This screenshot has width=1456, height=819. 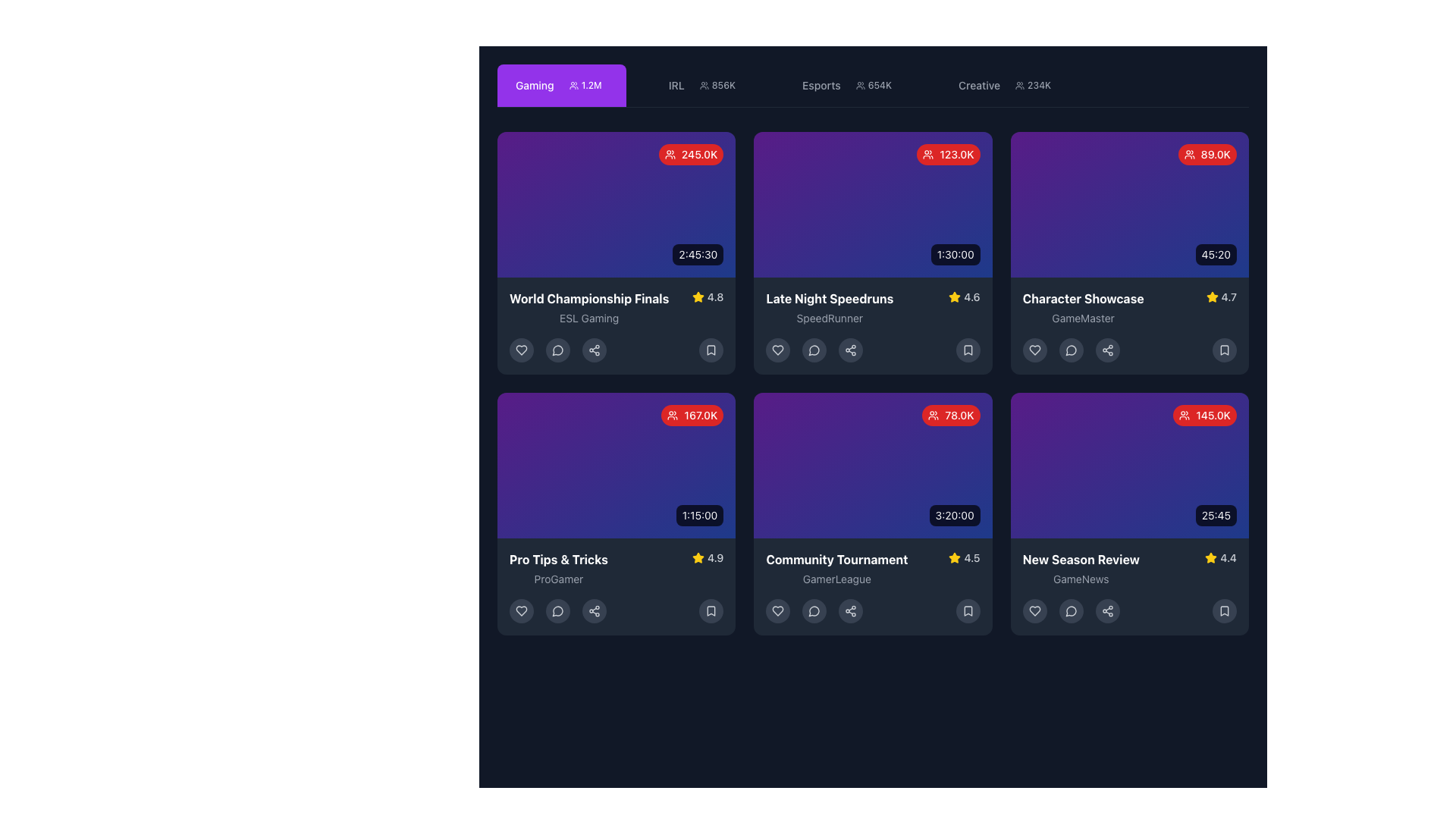 I want to click on the heart-shaped icon located at the lower part of the content card to mark the content as liked, so click(x=1034, y=350).